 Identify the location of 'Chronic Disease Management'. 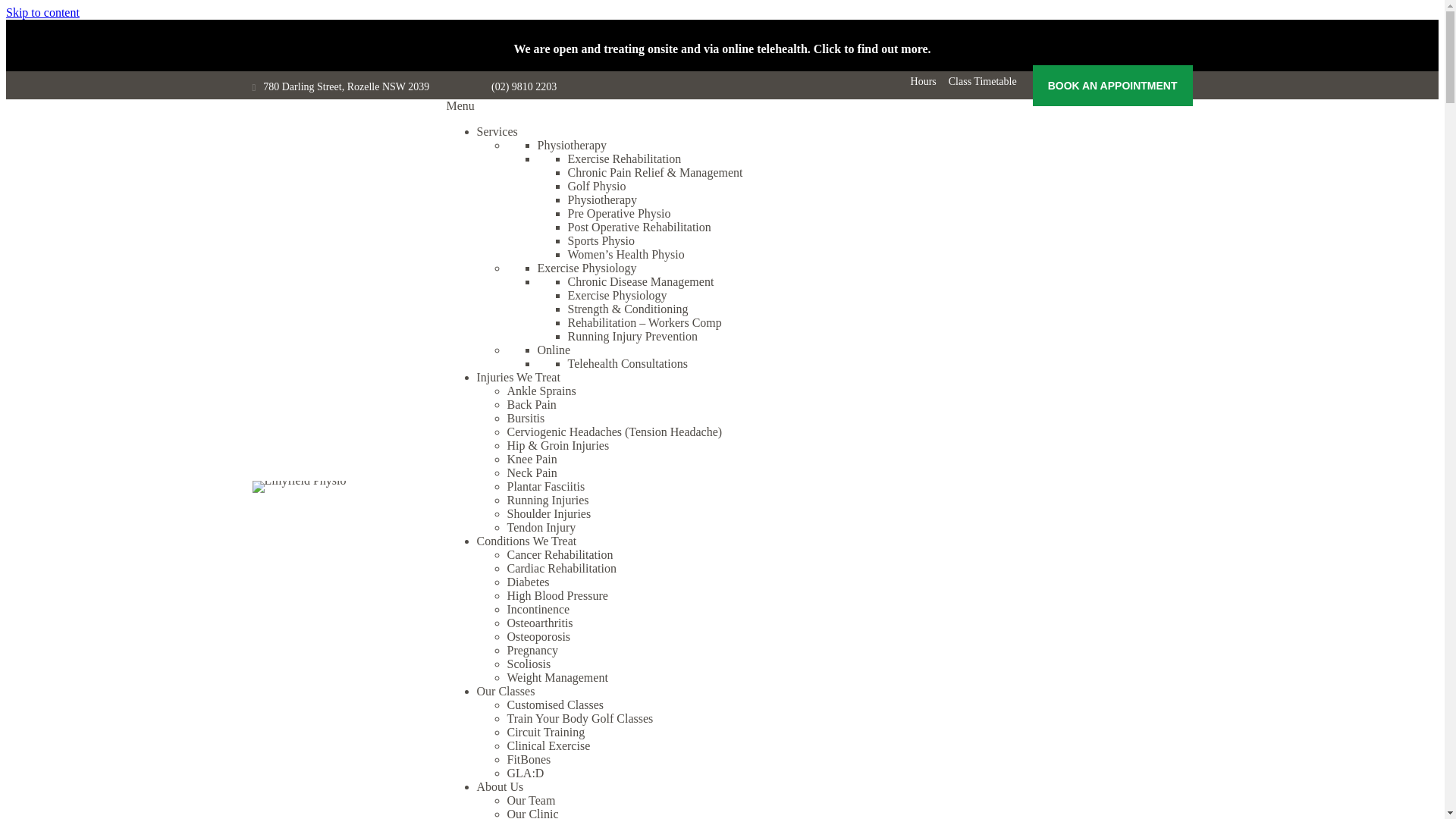
(640, 281).